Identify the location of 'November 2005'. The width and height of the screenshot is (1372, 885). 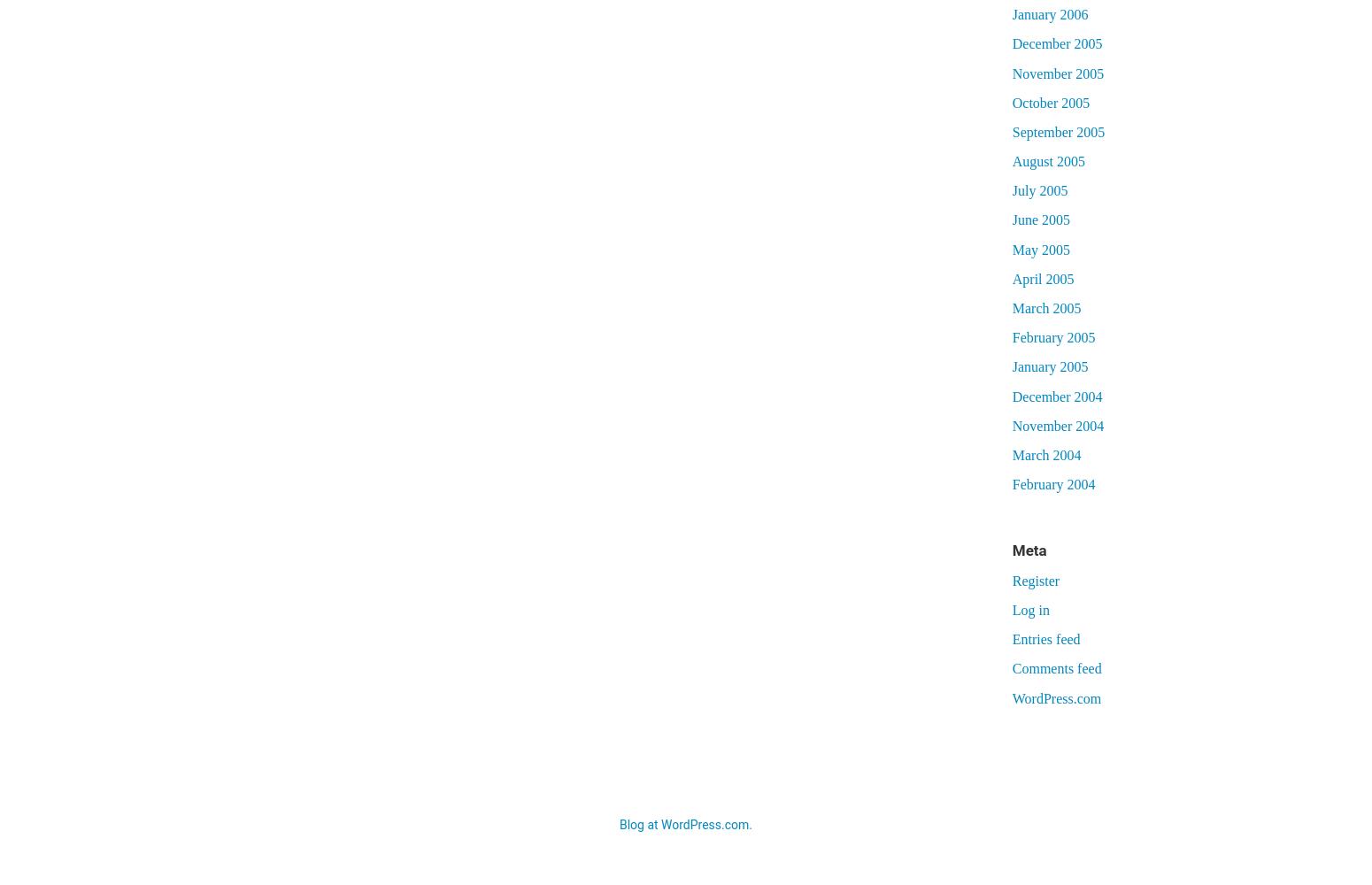
(1010, 72).